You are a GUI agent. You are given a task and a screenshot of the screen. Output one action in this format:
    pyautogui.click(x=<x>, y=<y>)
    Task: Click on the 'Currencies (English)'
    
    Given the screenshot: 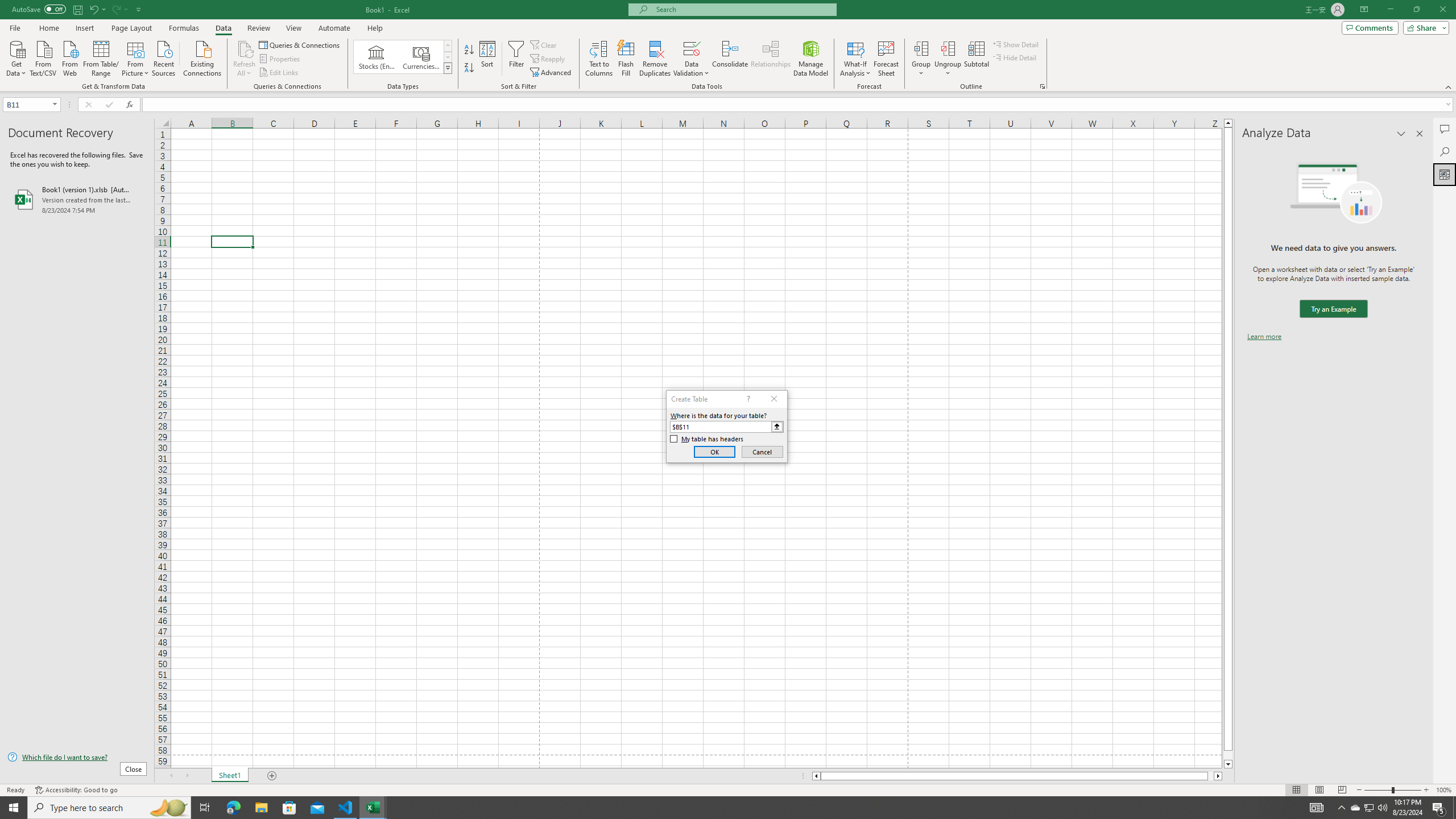 What is the action you would take?
    pyautogui.click(x=420, y=56)
    